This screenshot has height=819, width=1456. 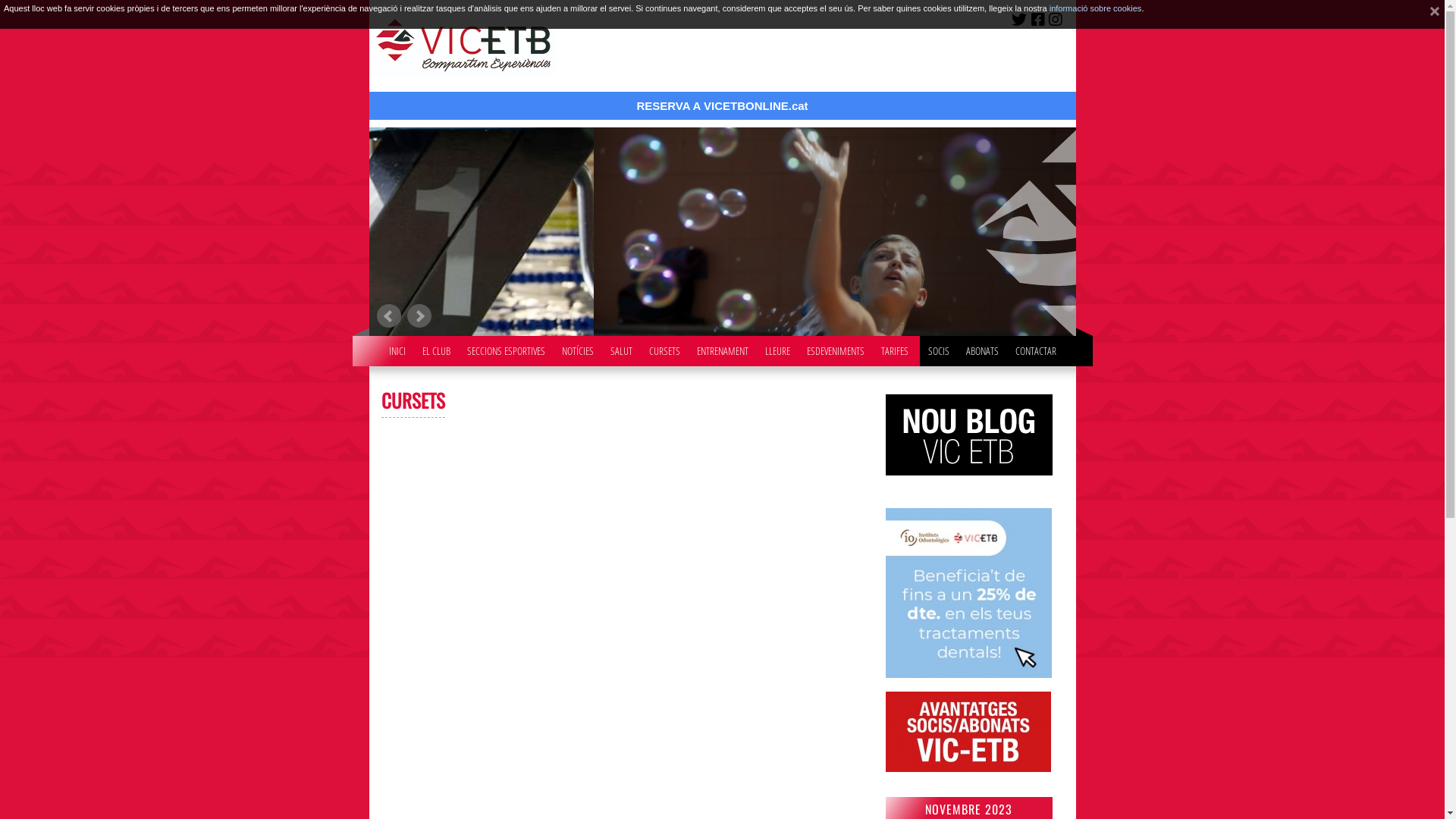 I want to click on 'ENTRENAMENT', so click(x=720, y=347).